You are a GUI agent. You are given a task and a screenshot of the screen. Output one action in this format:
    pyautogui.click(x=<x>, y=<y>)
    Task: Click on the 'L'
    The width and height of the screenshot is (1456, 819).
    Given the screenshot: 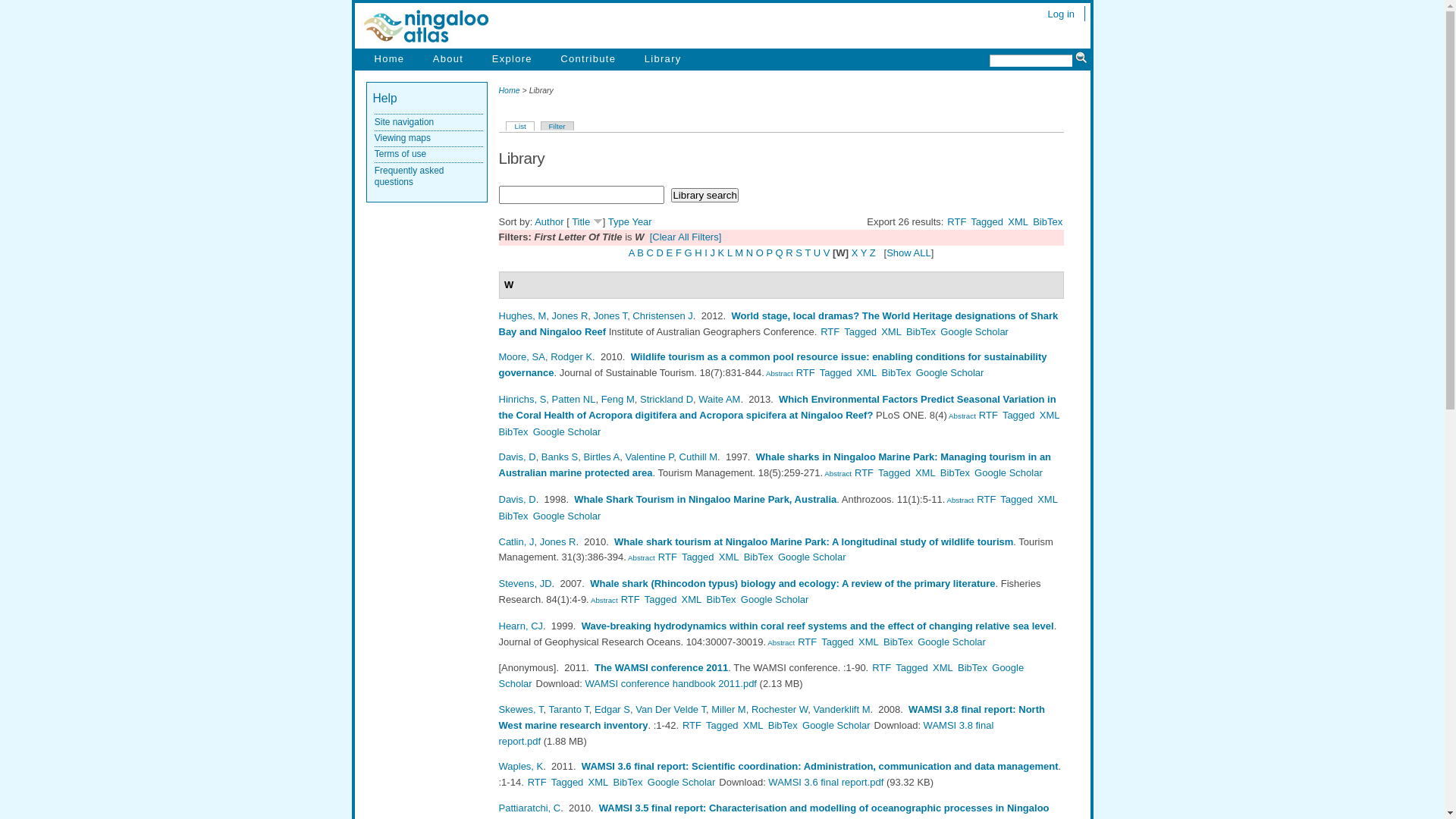 What is the action you would take?
    pyautogui.click(x=730, y=252)
    